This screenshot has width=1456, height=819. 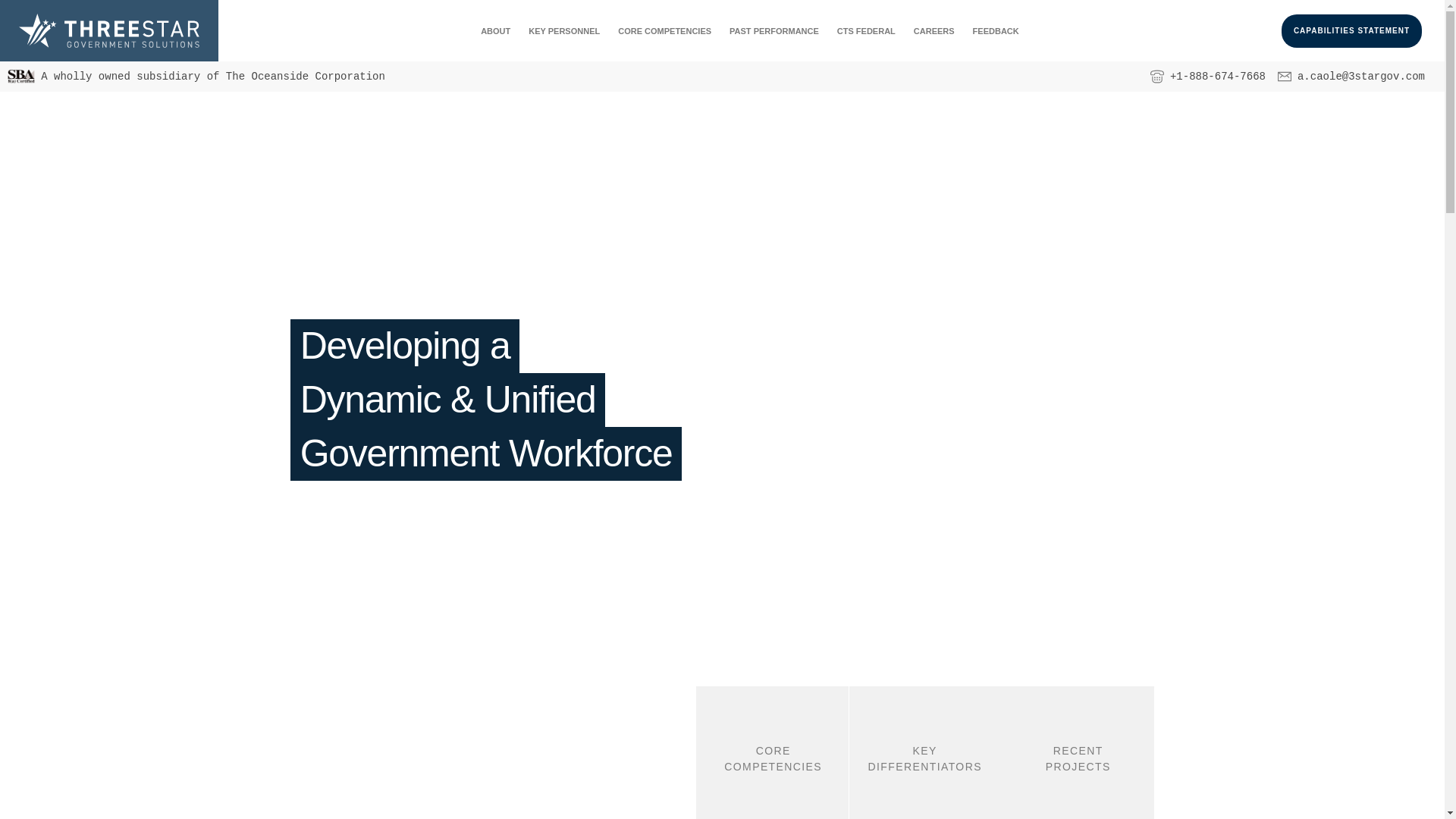 I want to click on 'ABOUT', so click(x=495, y=31).